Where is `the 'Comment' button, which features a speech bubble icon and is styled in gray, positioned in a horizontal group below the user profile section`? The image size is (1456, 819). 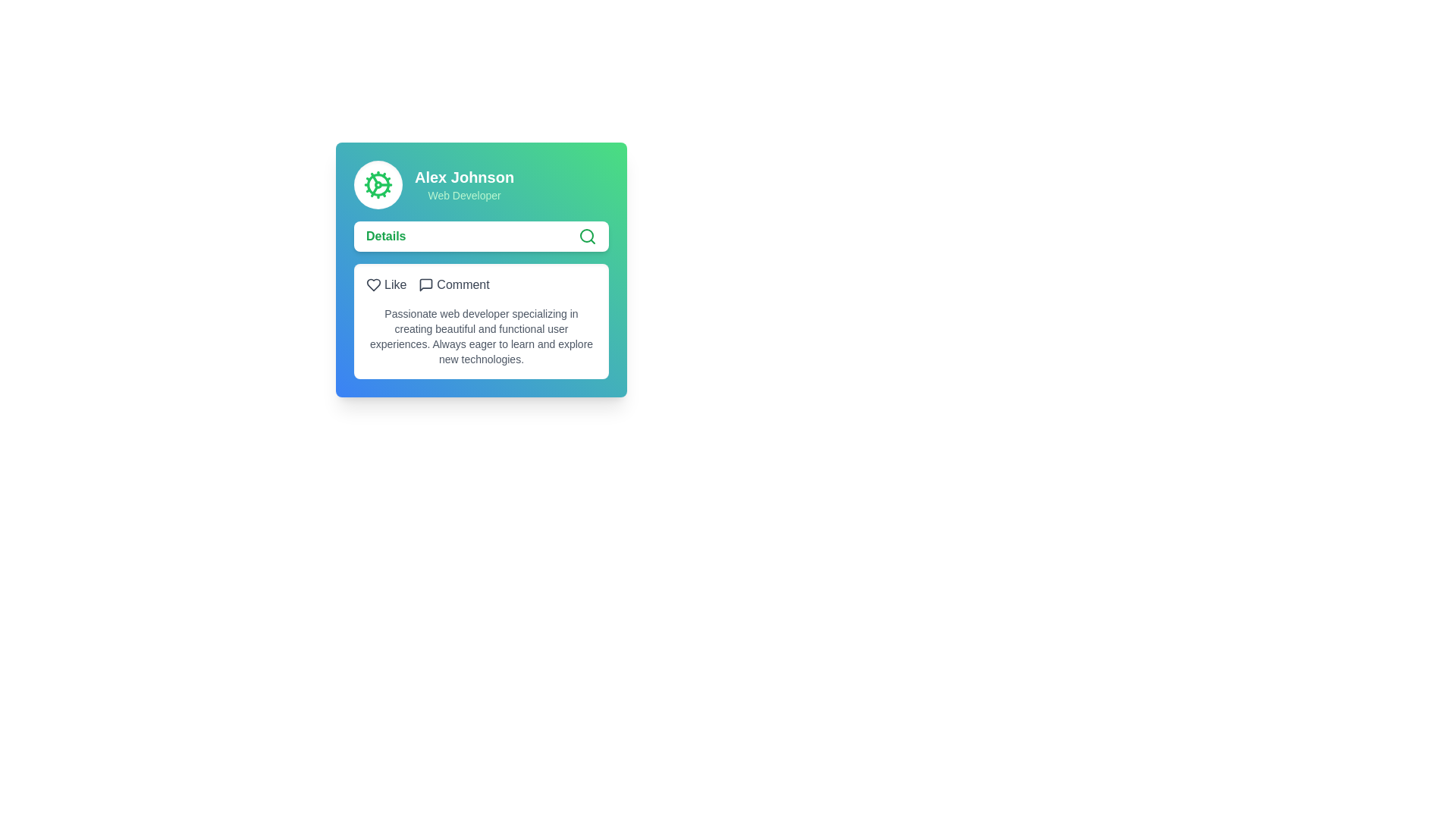 the 'Comment' button, which features a speech bubble icon and is styled in gray, positioned in a horizontal group below the user profile section is located at coordinates (453, 284).